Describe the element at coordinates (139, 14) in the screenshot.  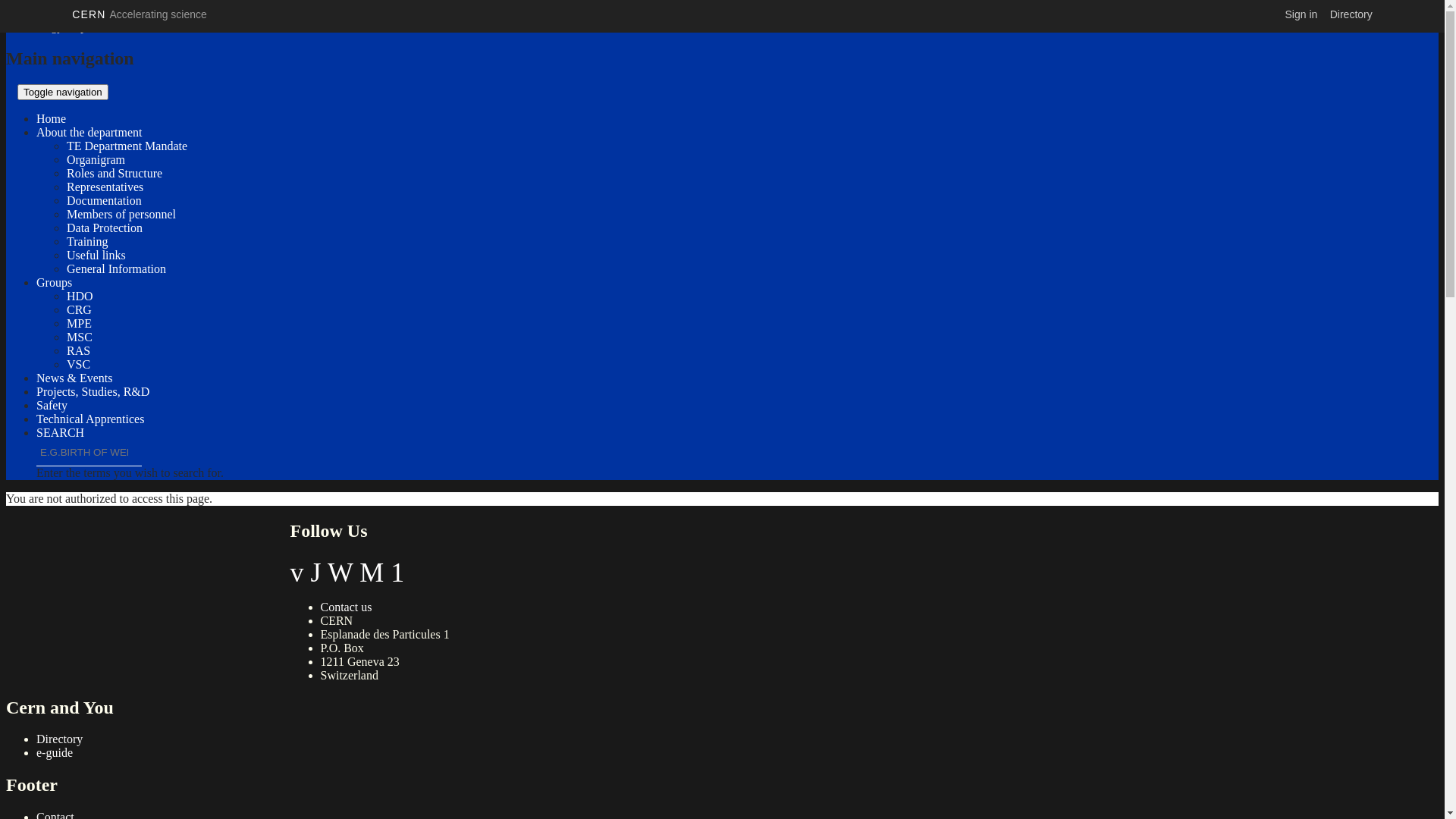
I see `'CERN Accelerating science'` at that location.